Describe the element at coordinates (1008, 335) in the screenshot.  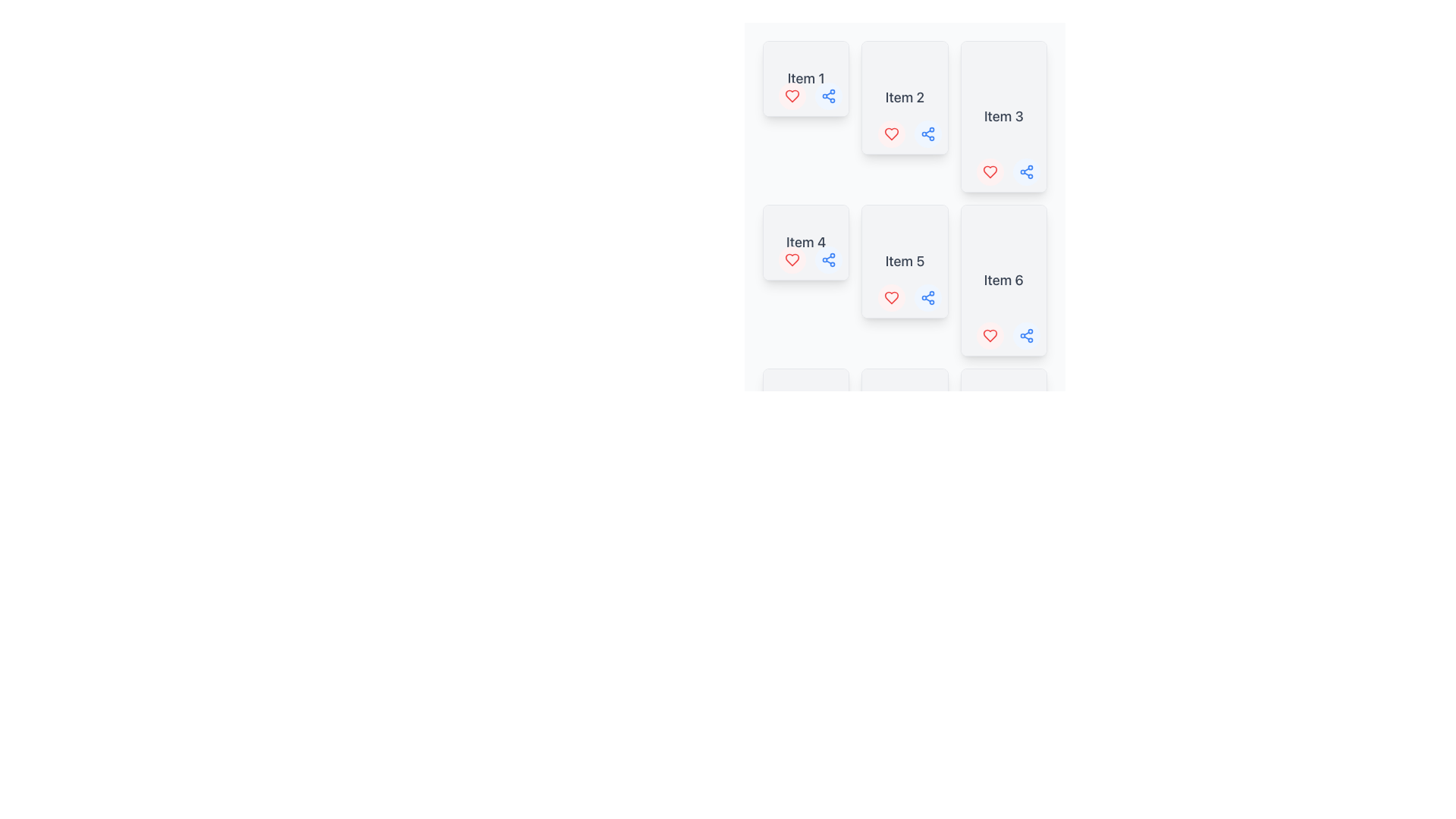
I see `the interactive control group containing buttons for 'like', 'favorite', and 'share' located in the bottom-right corner of 'Item 6'` at that location.